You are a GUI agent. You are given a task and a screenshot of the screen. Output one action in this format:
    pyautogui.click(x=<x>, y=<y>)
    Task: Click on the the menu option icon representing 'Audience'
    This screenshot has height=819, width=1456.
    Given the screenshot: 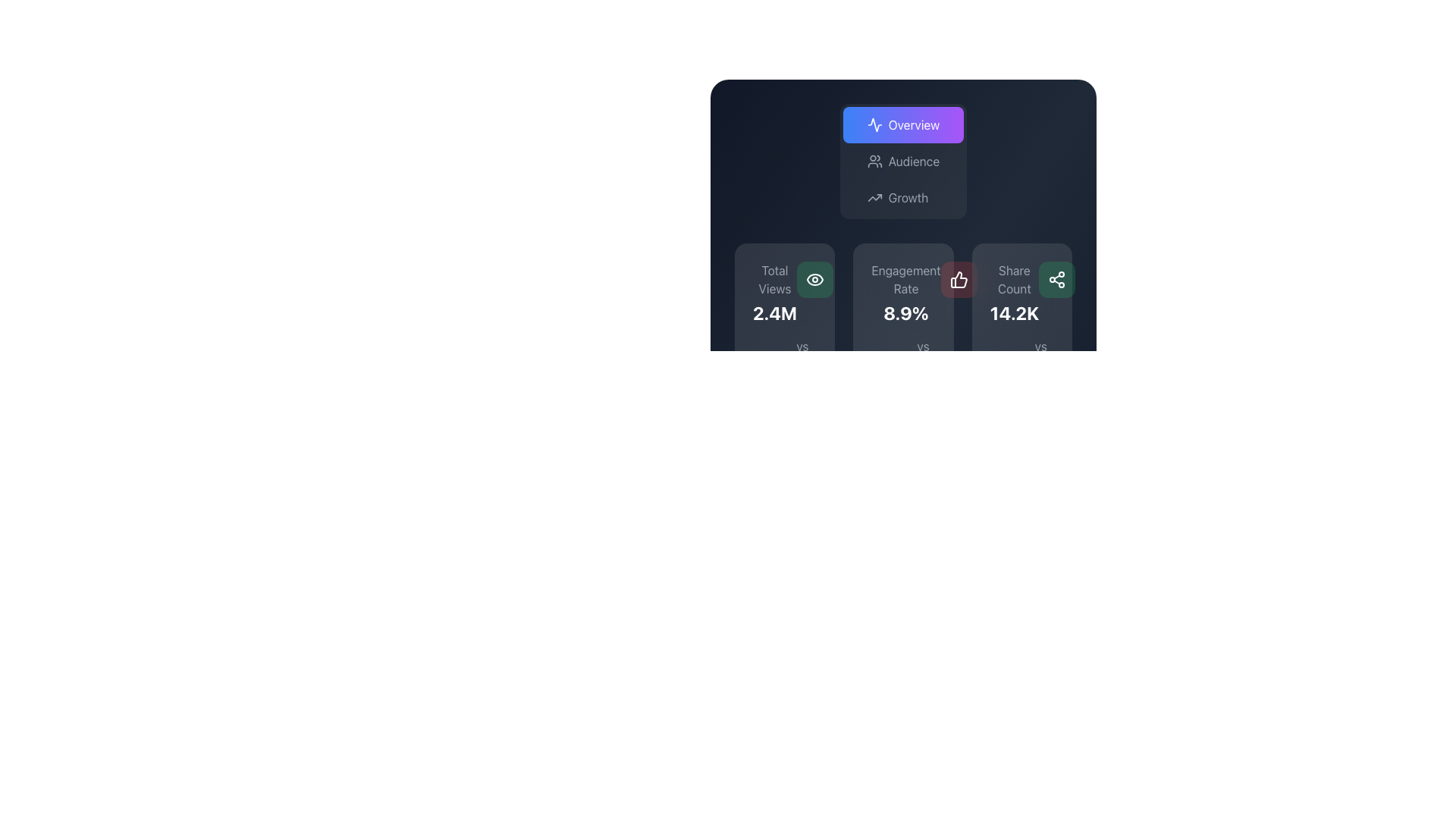 What is the action you would take?
    pyautogui.click(x=874, y=161)
    